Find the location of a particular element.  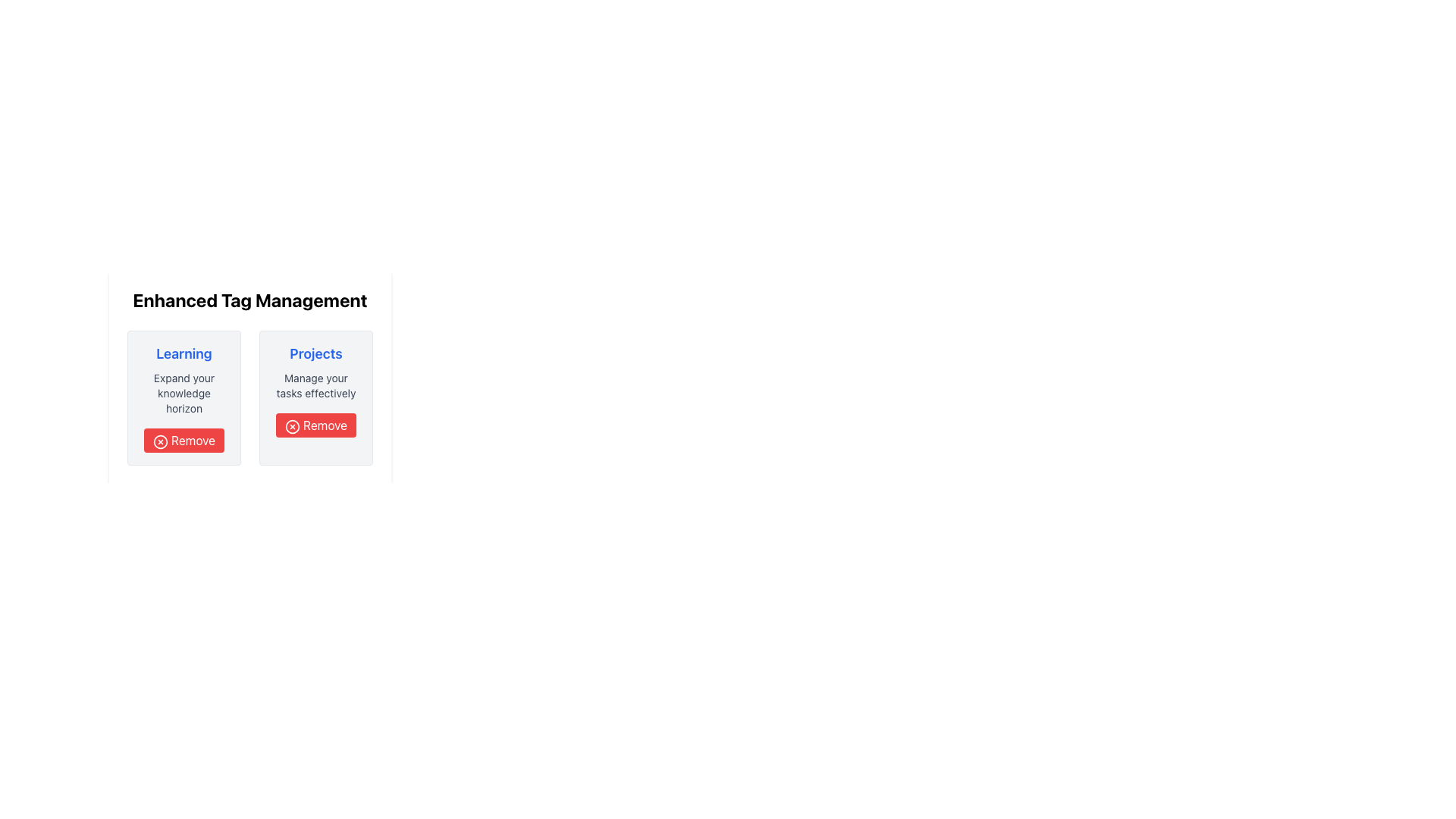

the 'Learning' text label, which indicates a section or category within the Enhanced Tag Management layout is located at coordinates (184, 353).